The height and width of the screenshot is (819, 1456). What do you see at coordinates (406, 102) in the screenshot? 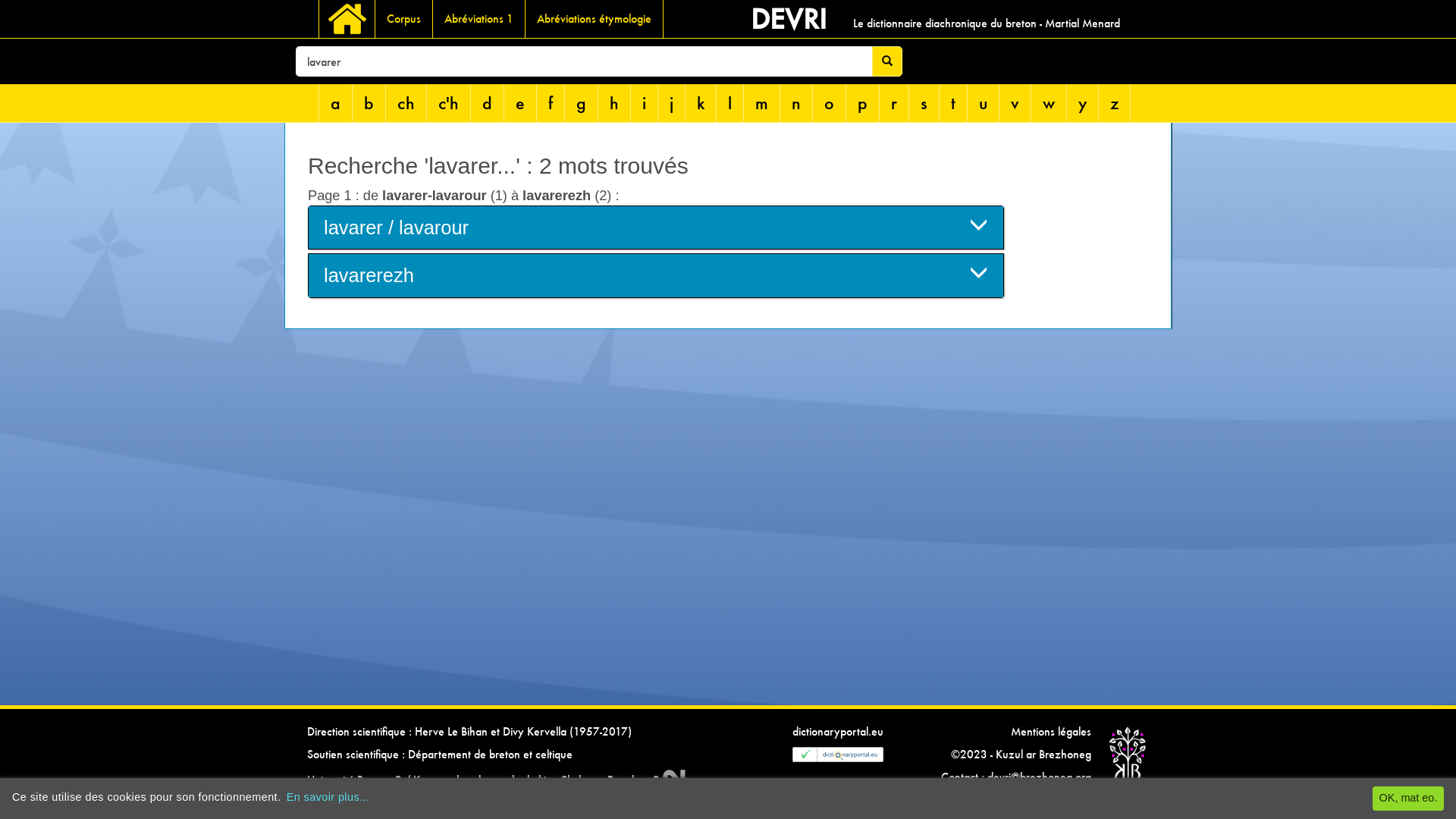
I see `'ch'` at bounding box center [406, 102].